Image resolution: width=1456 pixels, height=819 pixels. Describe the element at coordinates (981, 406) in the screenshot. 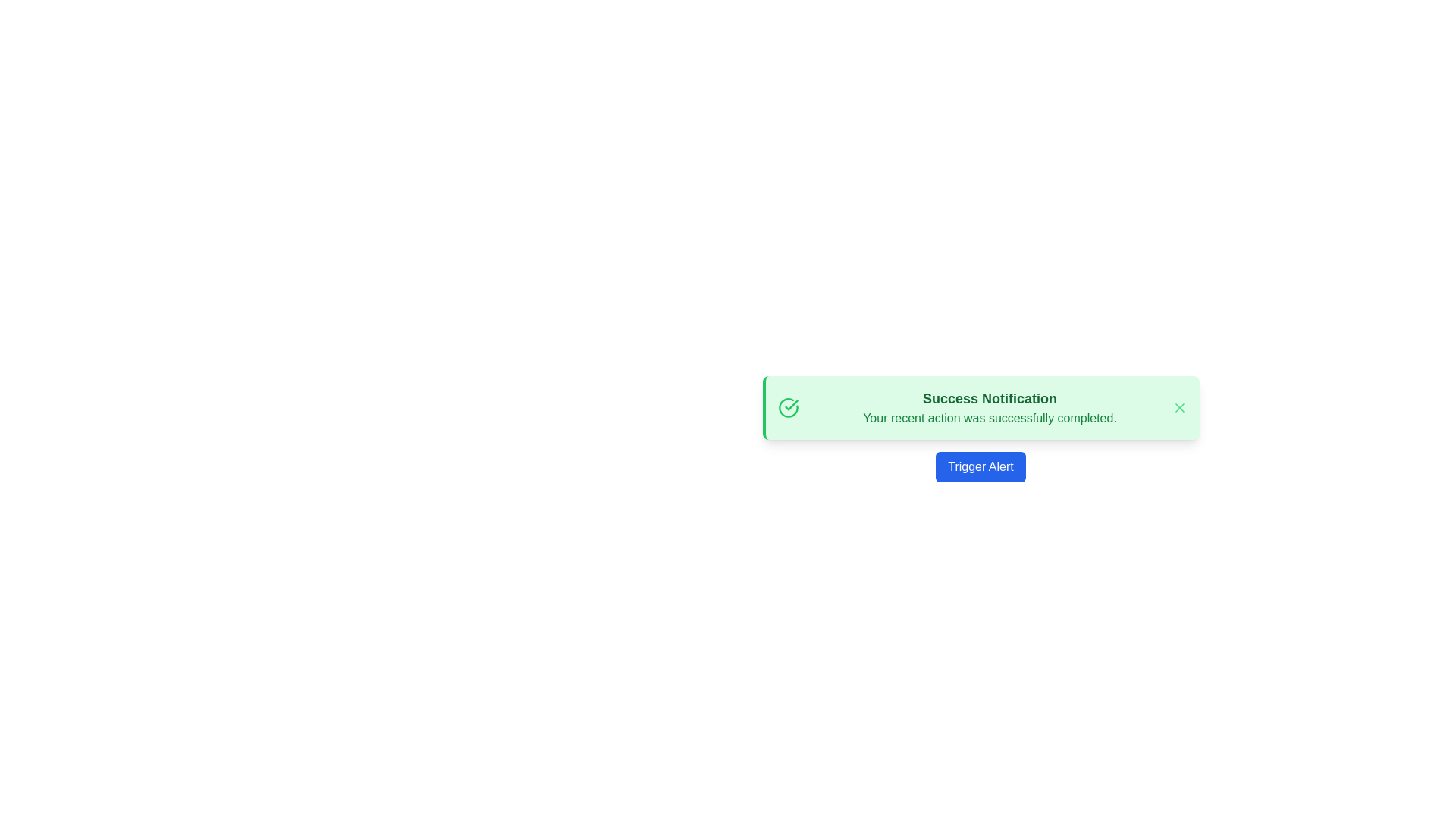

I see `the Notification box, which provides feedback and confirmation of successful actions, for additional interaction` at that location.